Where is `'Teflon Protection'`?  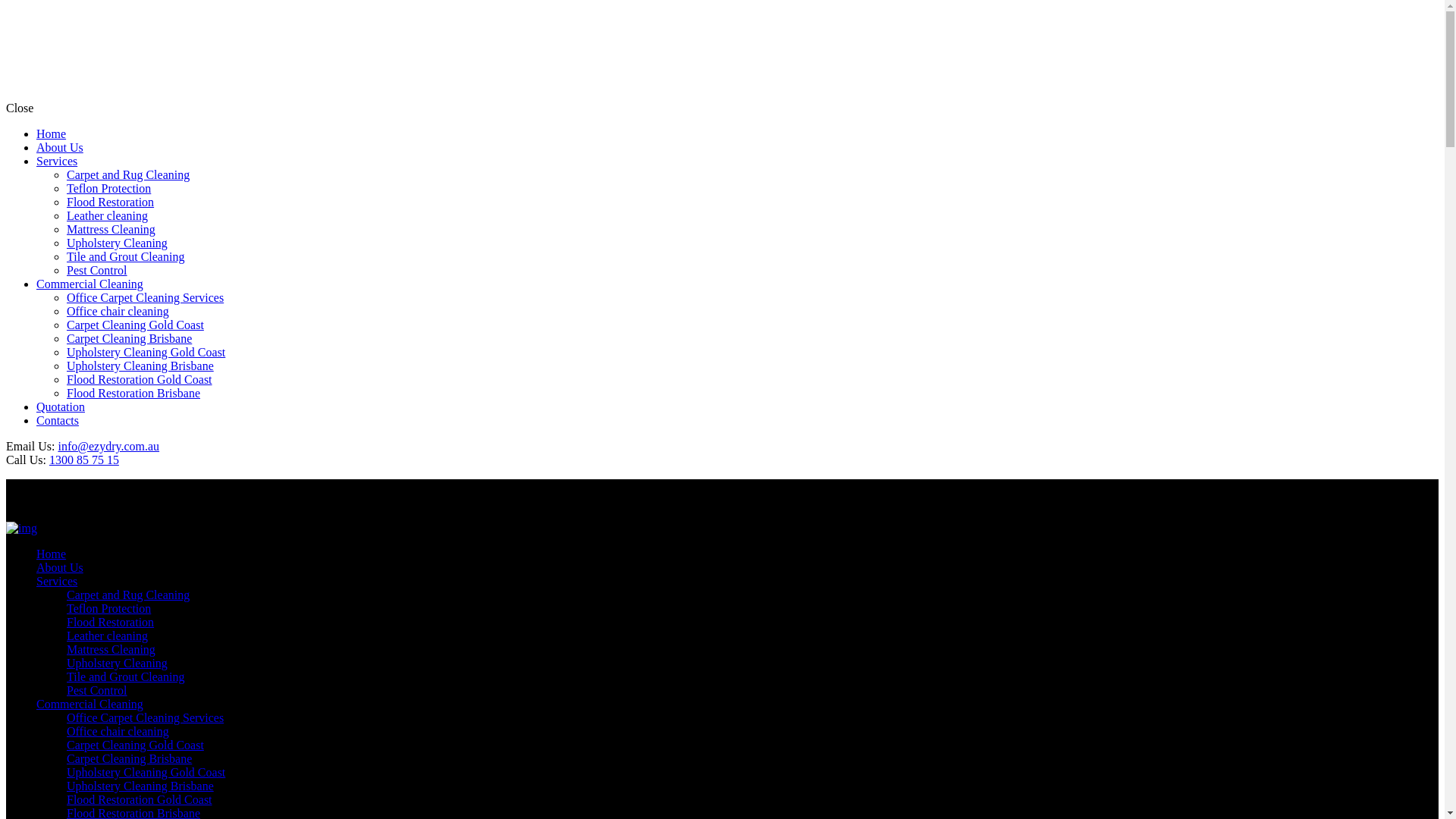 'Teflon Protection' is located at coordinates (65, 607).